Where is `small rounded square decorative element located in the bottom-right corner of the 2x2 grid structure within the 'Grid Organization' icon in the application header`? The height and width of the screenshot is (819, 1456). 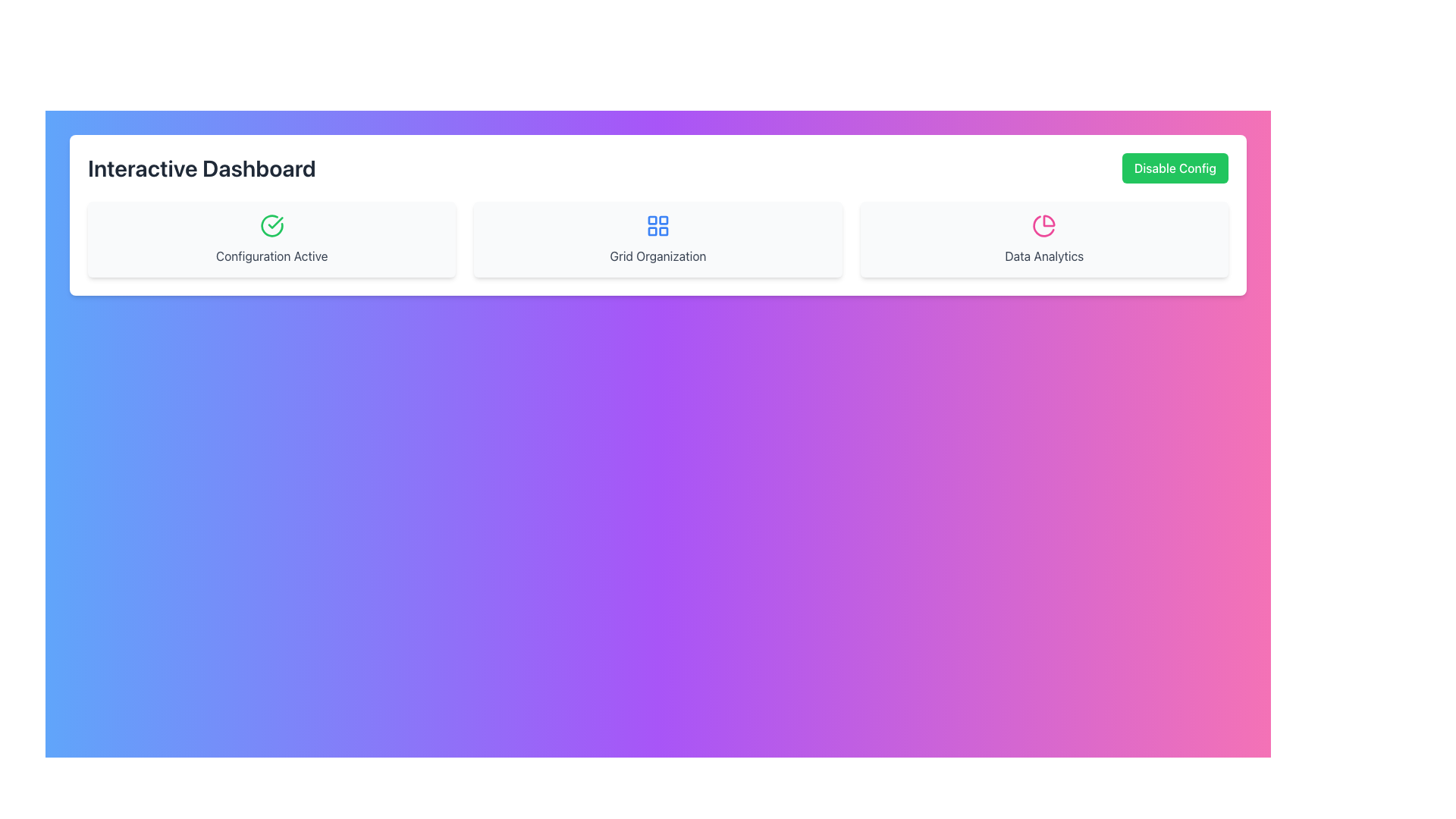 small rounded square decorative element located in the bottom-right corner of the 2x2 grid structure within the 'Grid Organization' icon in the application header is located at coordinates (664, 231).